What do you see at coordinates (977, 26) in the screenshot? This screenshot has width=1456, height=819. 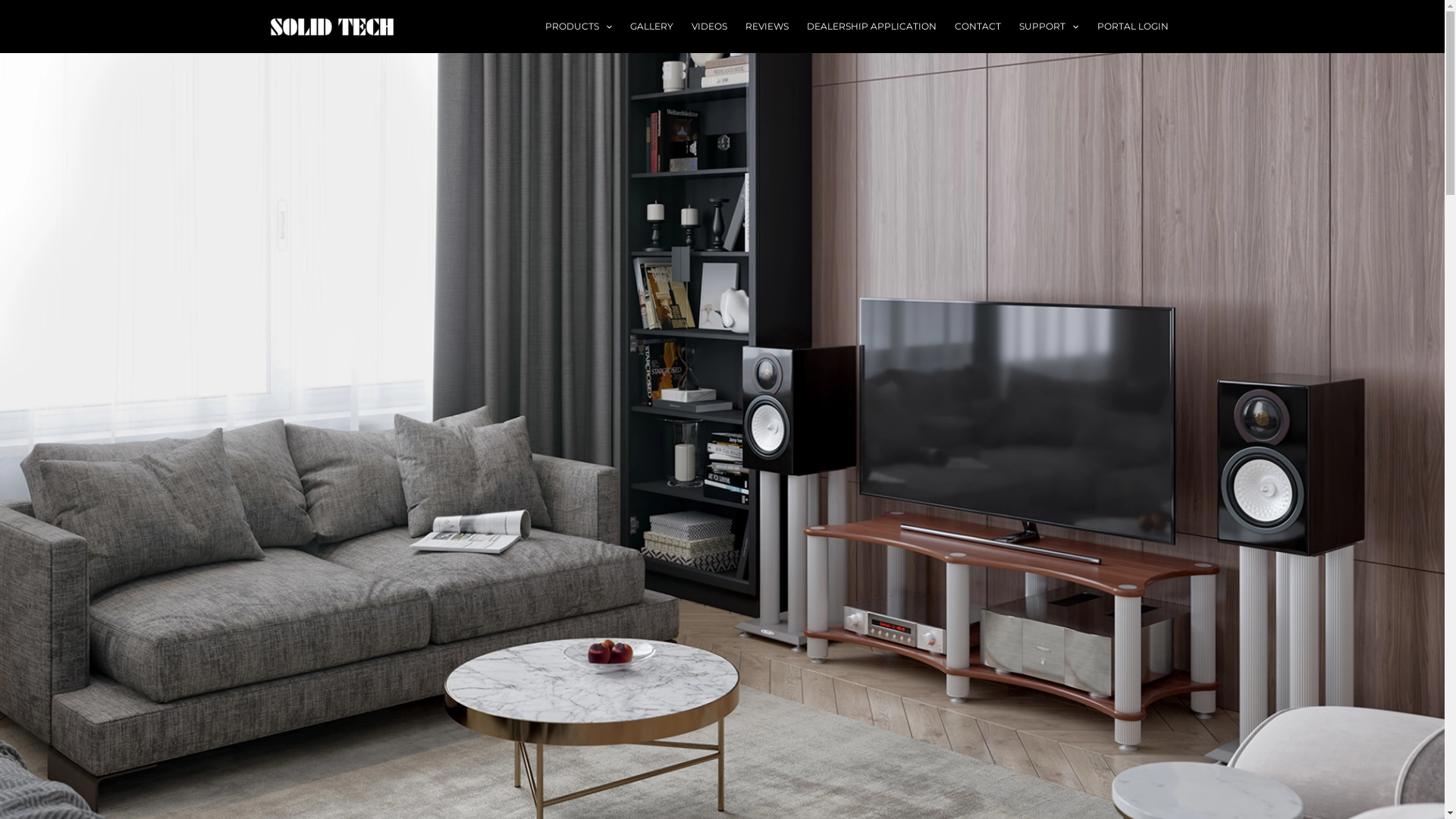 I see `'CONTACT'` at bounding box center [977, 26].